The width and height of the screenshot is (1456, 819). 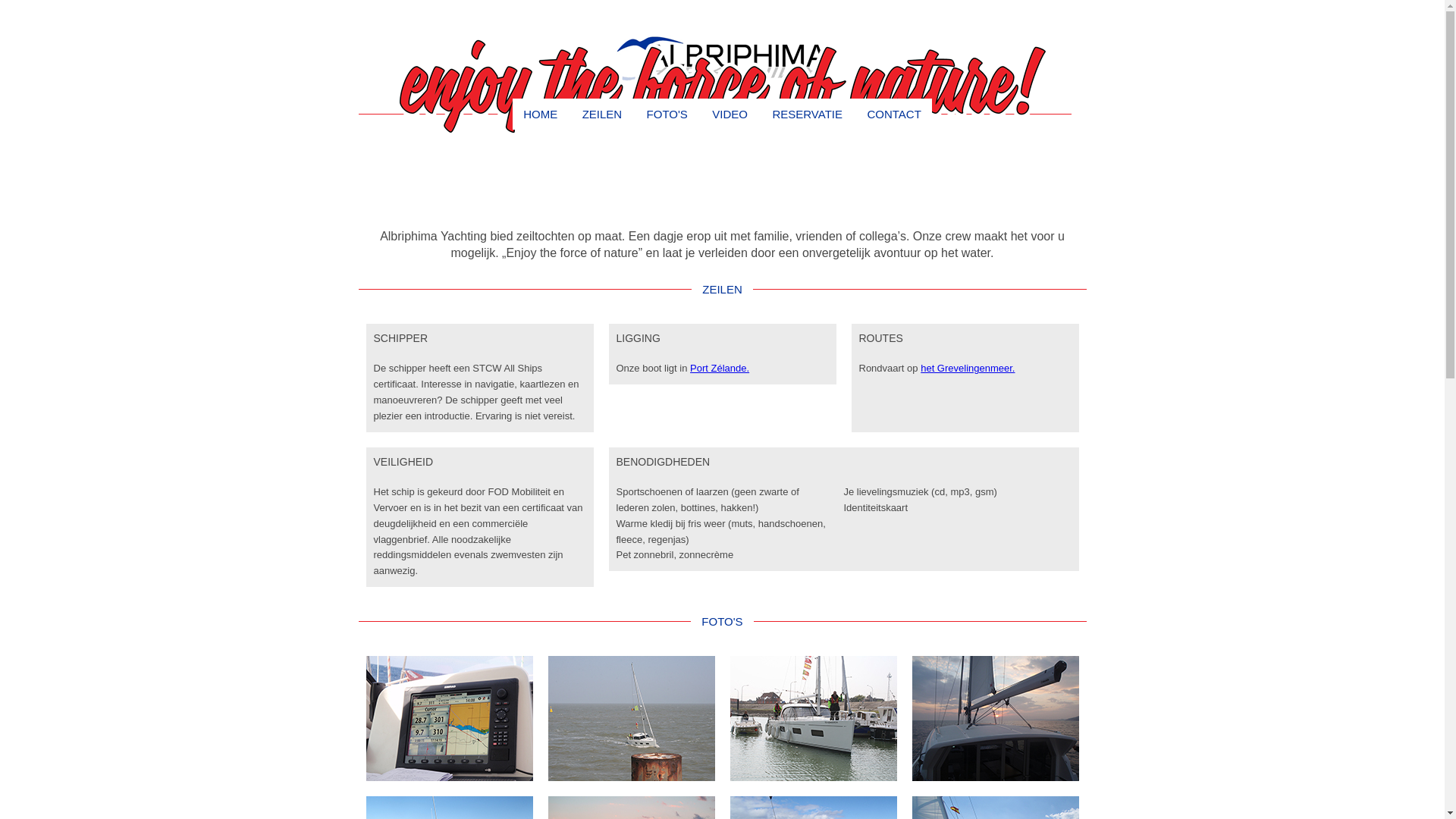 I want to click on 'CONTACT', so click(x=855, y=113).